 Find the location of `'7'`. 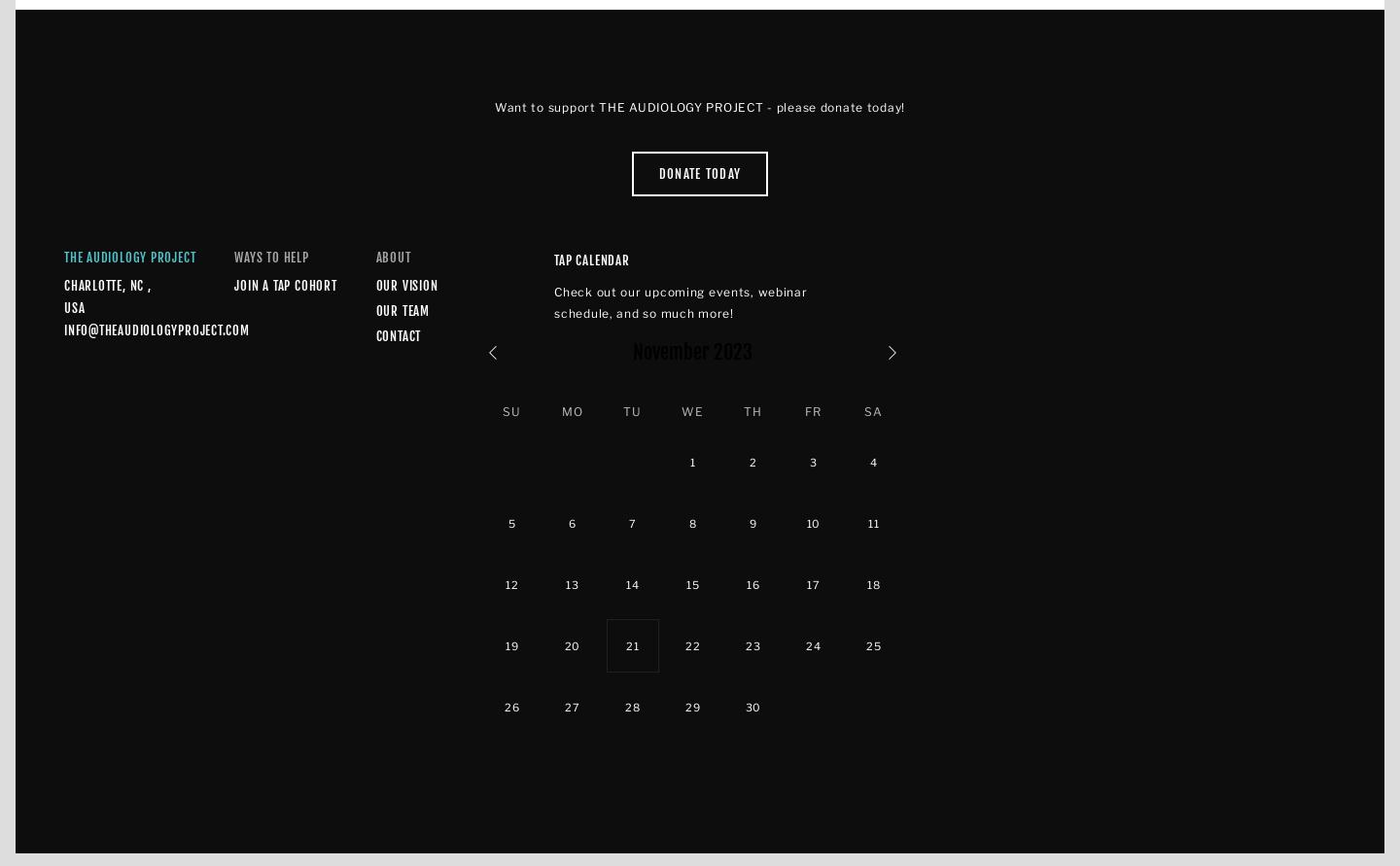

'7' is located at coordinates (631, 522).